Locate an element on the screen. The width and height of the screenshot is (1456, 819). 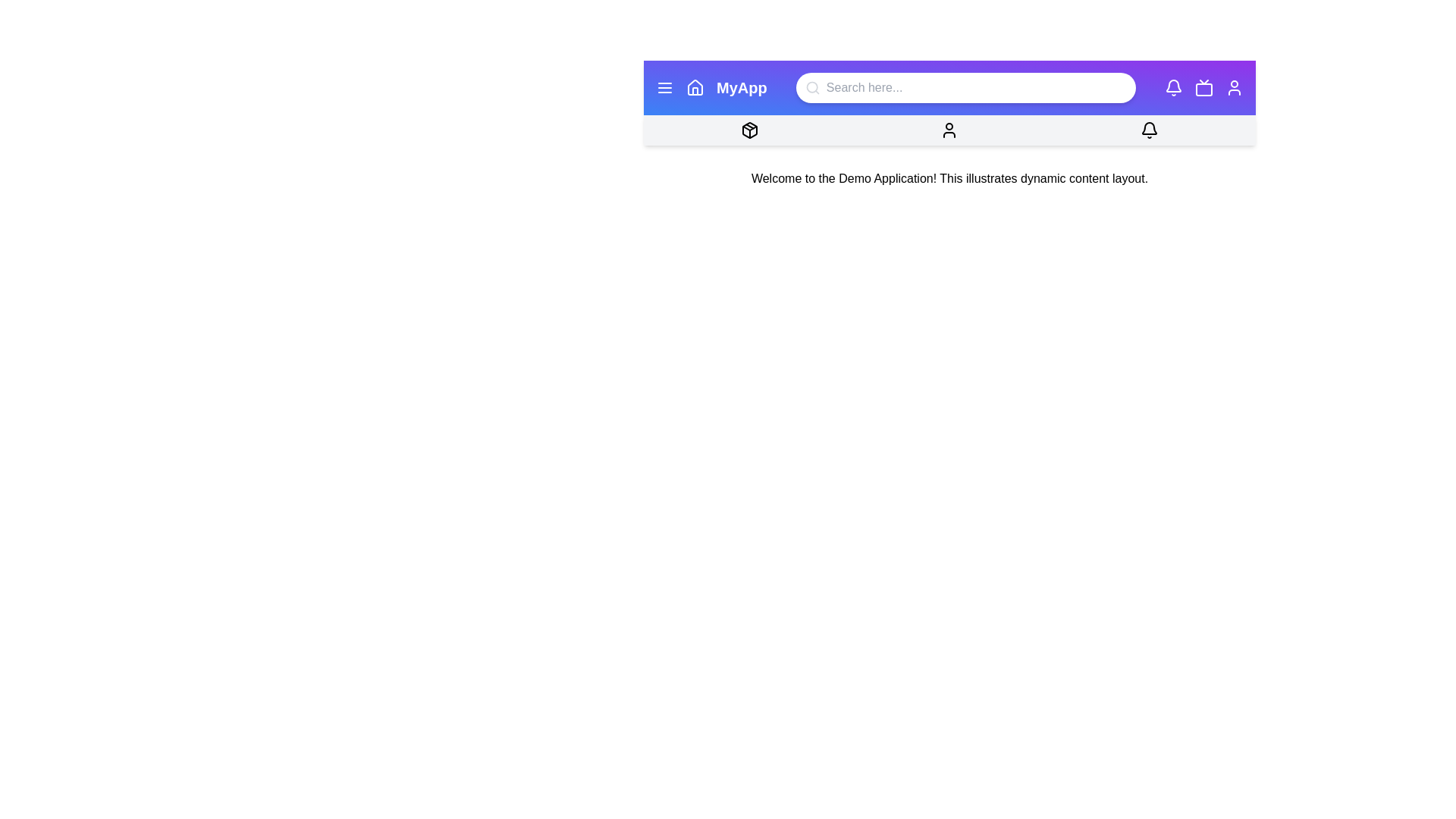
the package icon in the menu is located at coordinates (749, 130).